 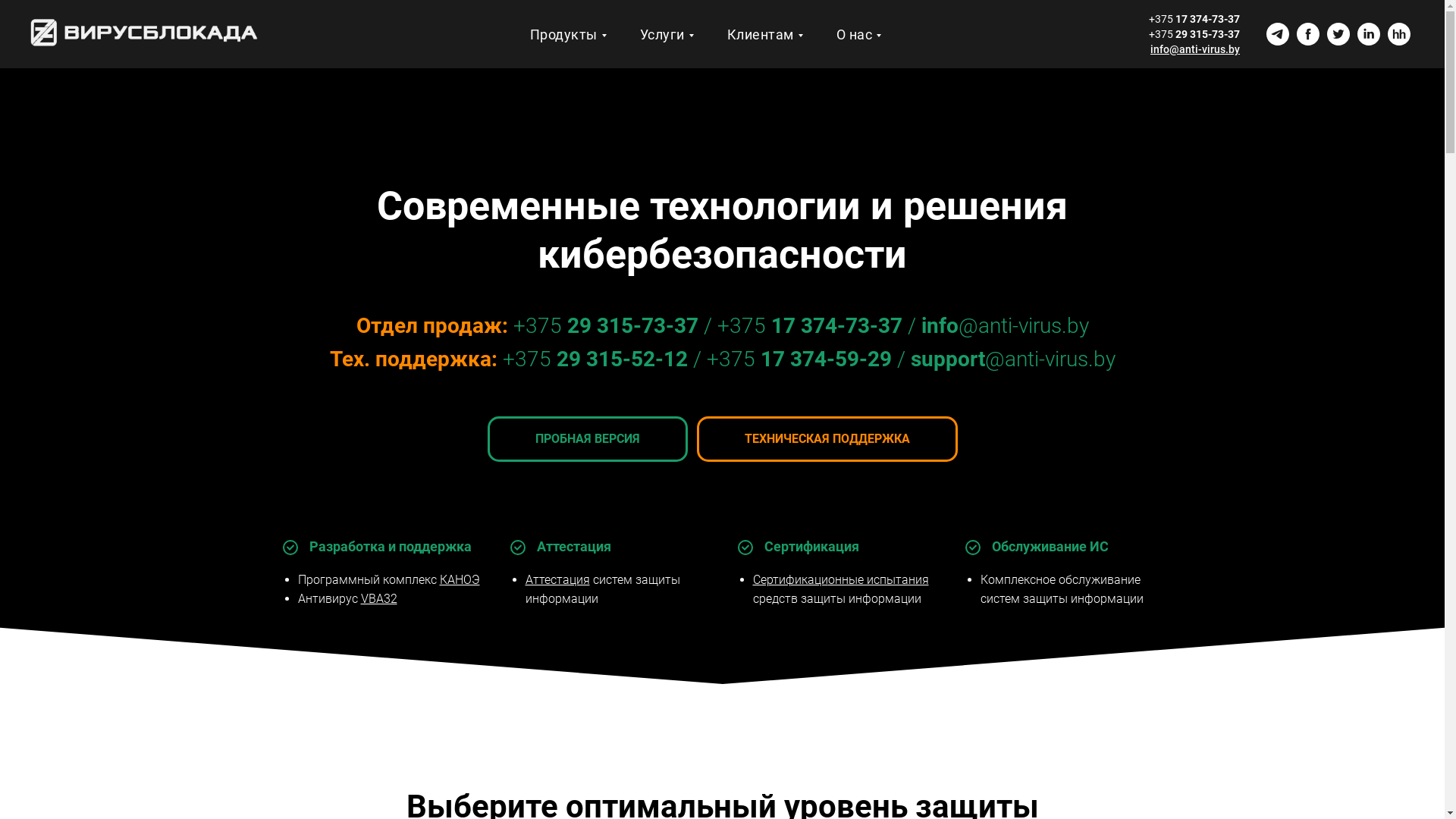 What do you see at coordinates (378, 598) in the screenshot?
I see `'VBA32'` at bounding box center [378, 598].